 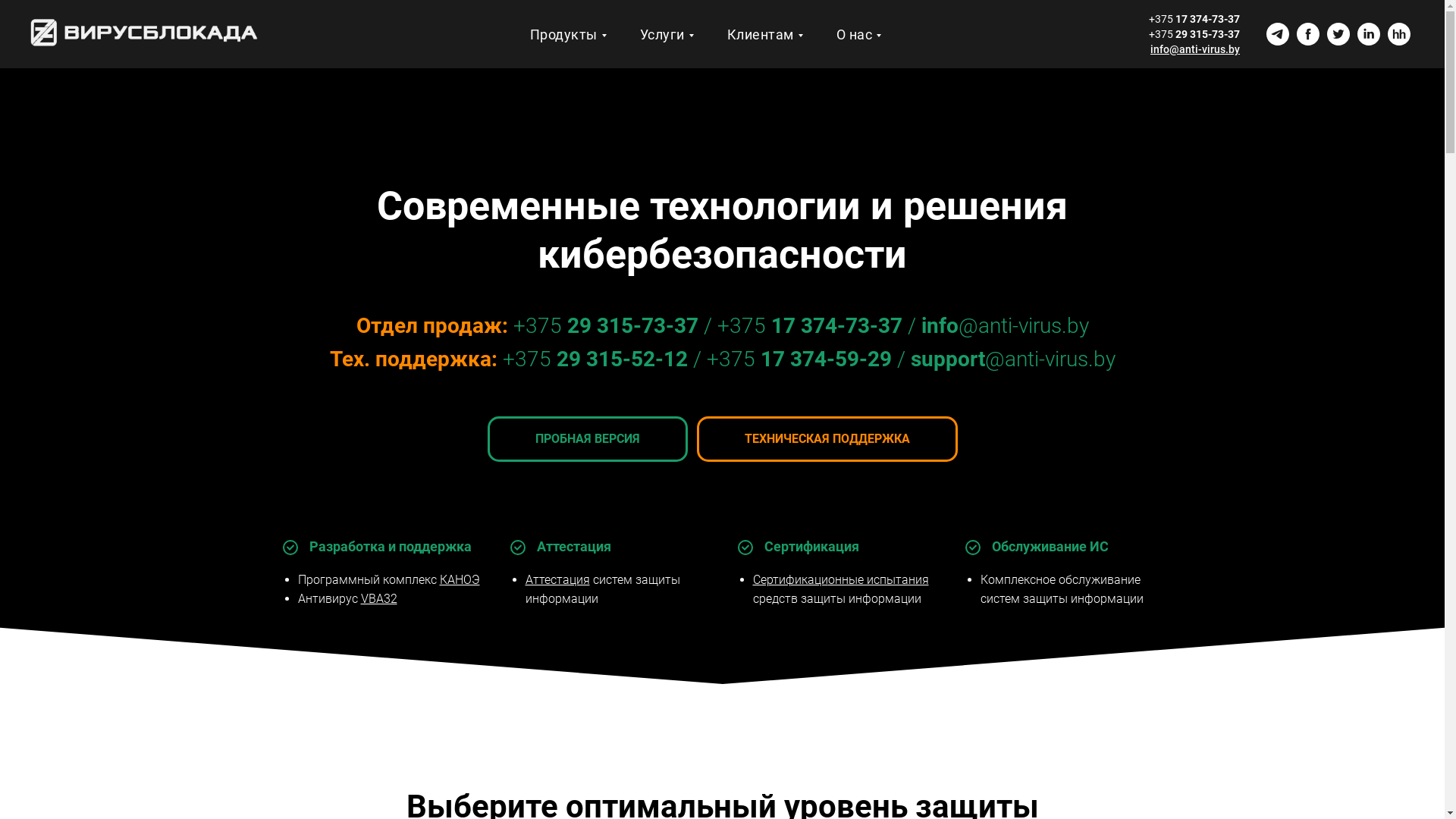 What do you see at coordinates (378, 598) in the screenshot?
I see `'VBA32'` at bounding box center [378, 598].